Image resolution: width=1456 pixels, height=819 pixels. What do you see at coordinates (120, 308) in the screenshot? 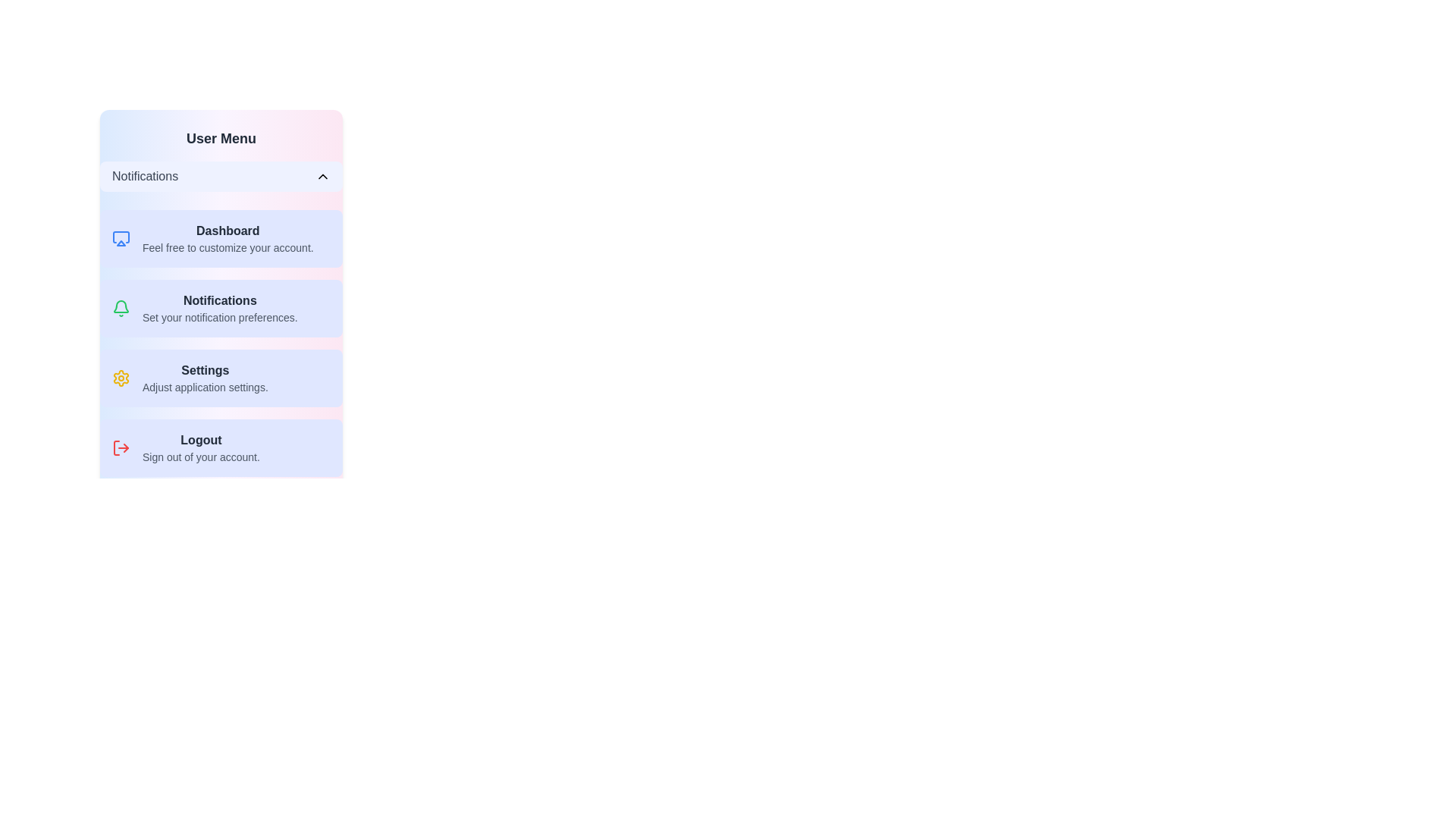
I see `the icon associated with the Notifications menu item` at bounding box center [120, 308].